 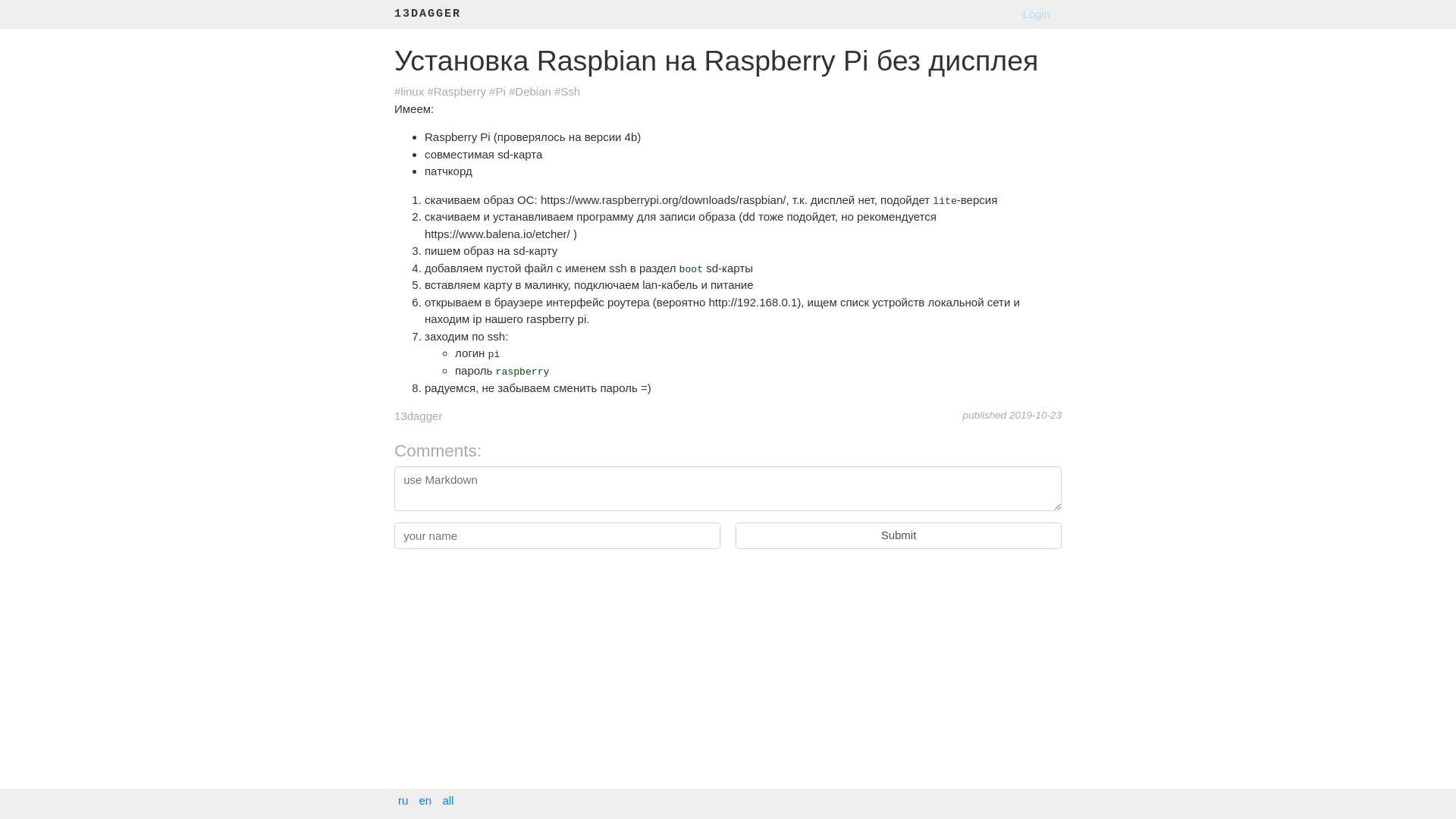 I want to click on 'all', so click(x=447, y=800).